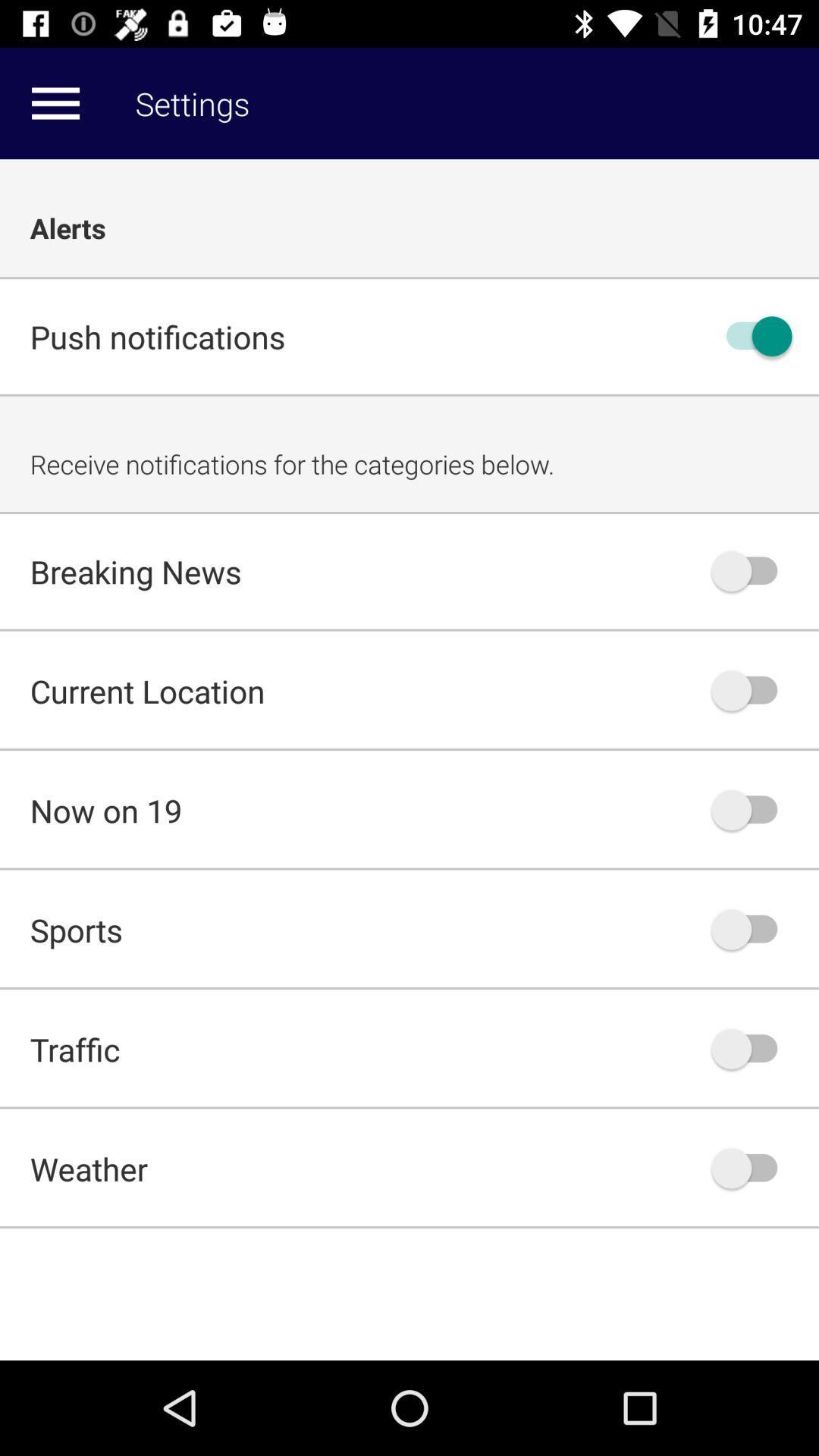 This screenshot has width=819, height=1456. I want to click on sports, so click(752, 928).